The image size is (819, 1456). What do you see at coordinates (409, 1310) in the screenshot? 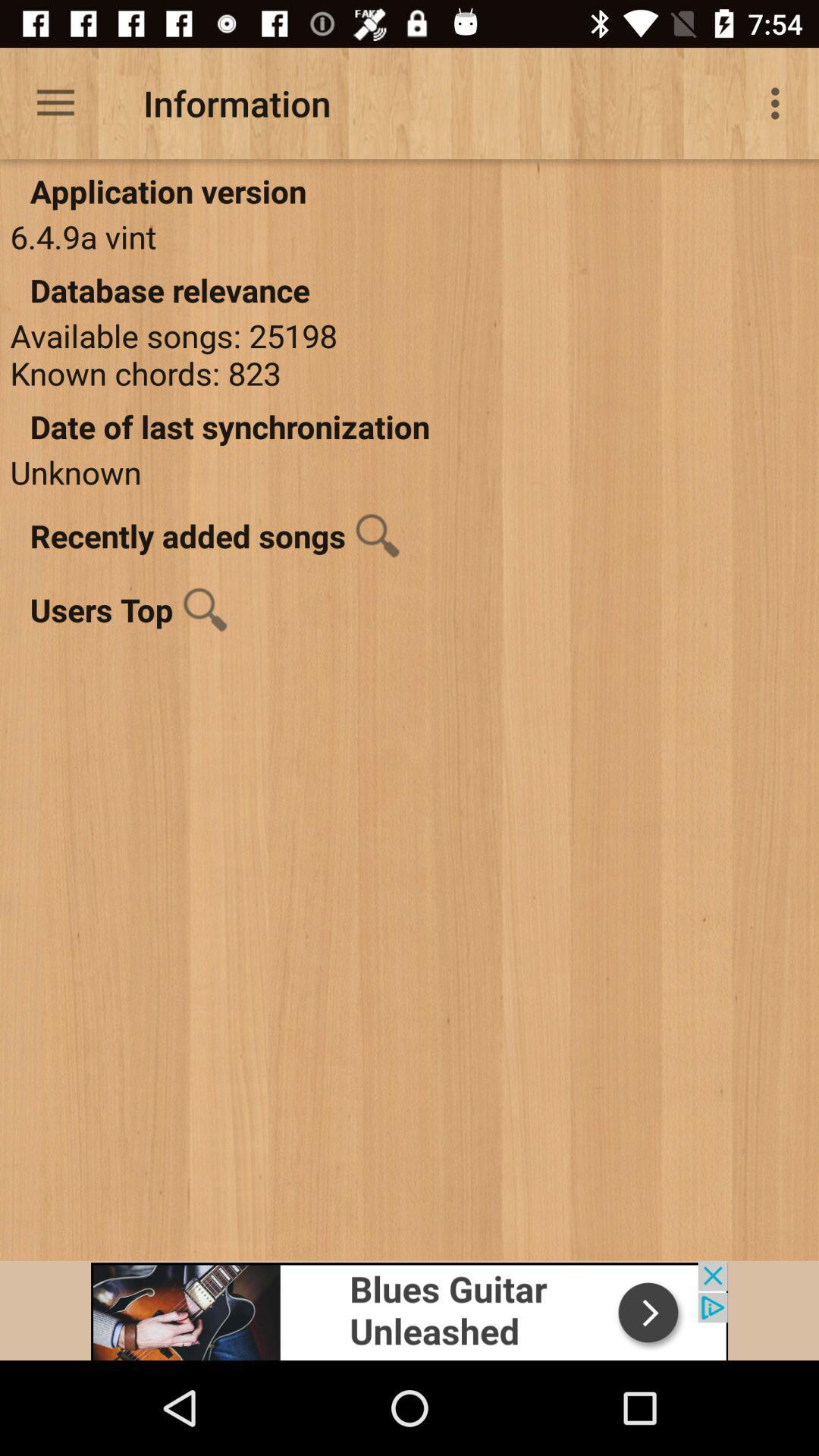
I see `open advertisement` at bounding box center [409, 1310].